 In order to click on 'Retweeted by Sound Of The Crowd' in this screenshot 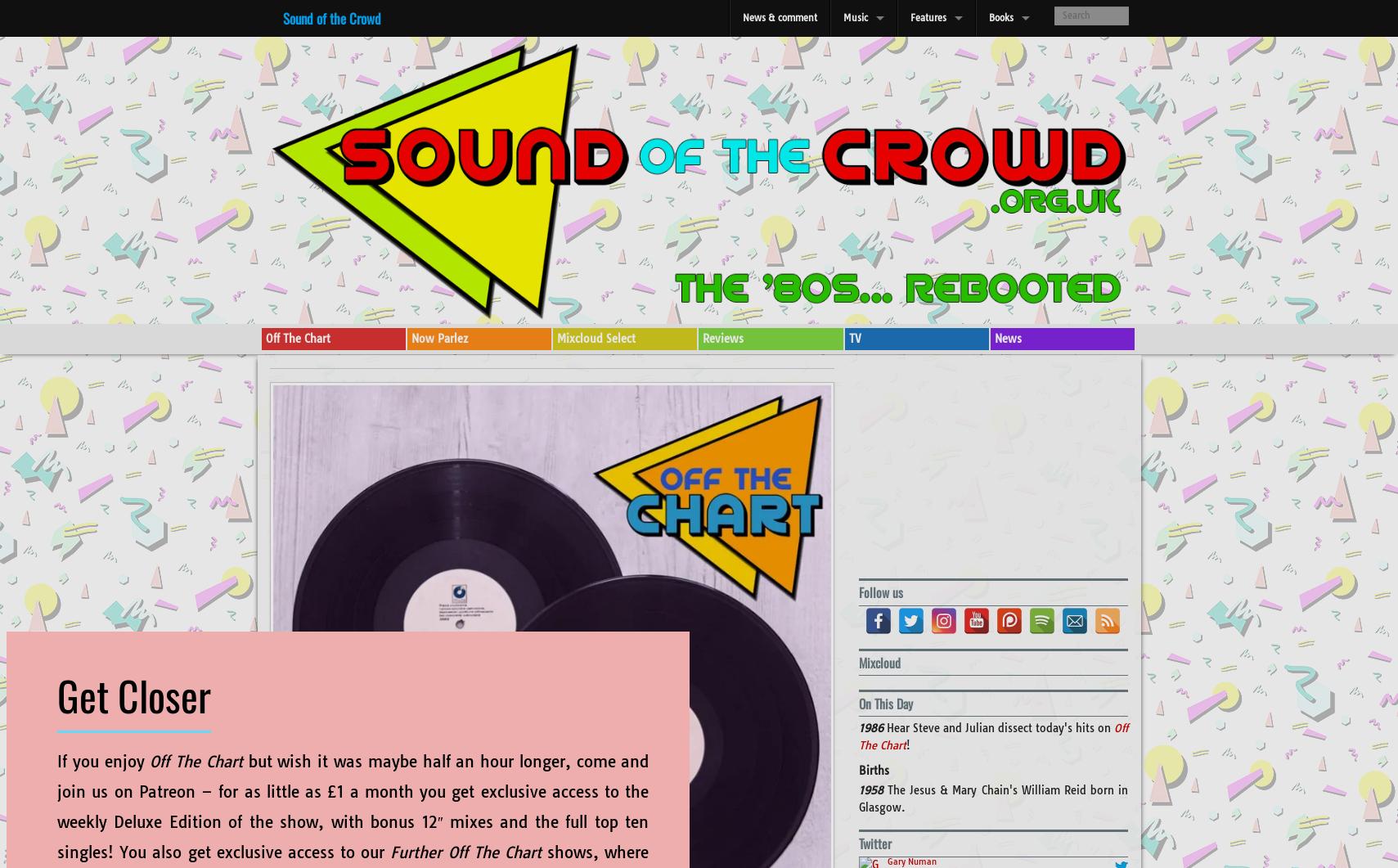, I will do `click(958, 785)`.